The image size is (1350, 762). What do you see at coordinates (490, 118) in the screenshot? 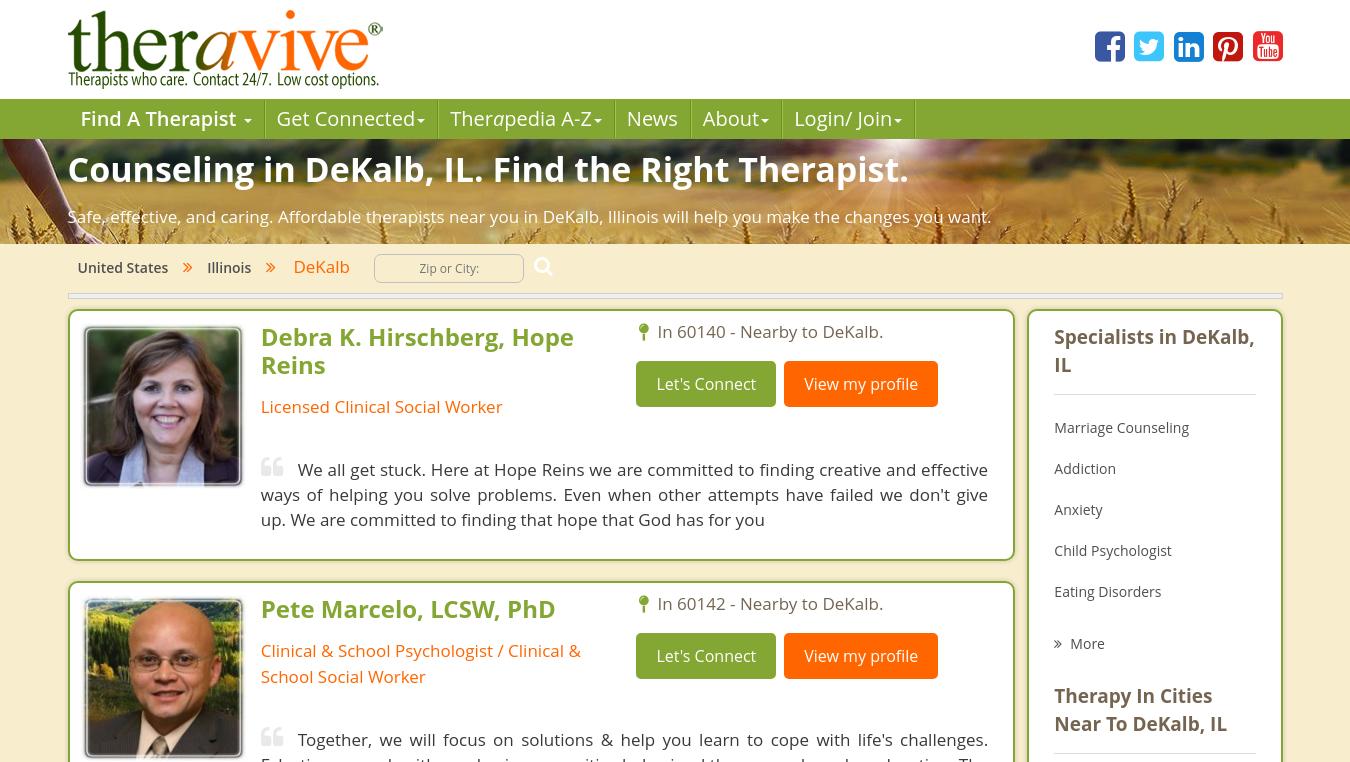
I see `'a'` at bounding box center [490, 118].